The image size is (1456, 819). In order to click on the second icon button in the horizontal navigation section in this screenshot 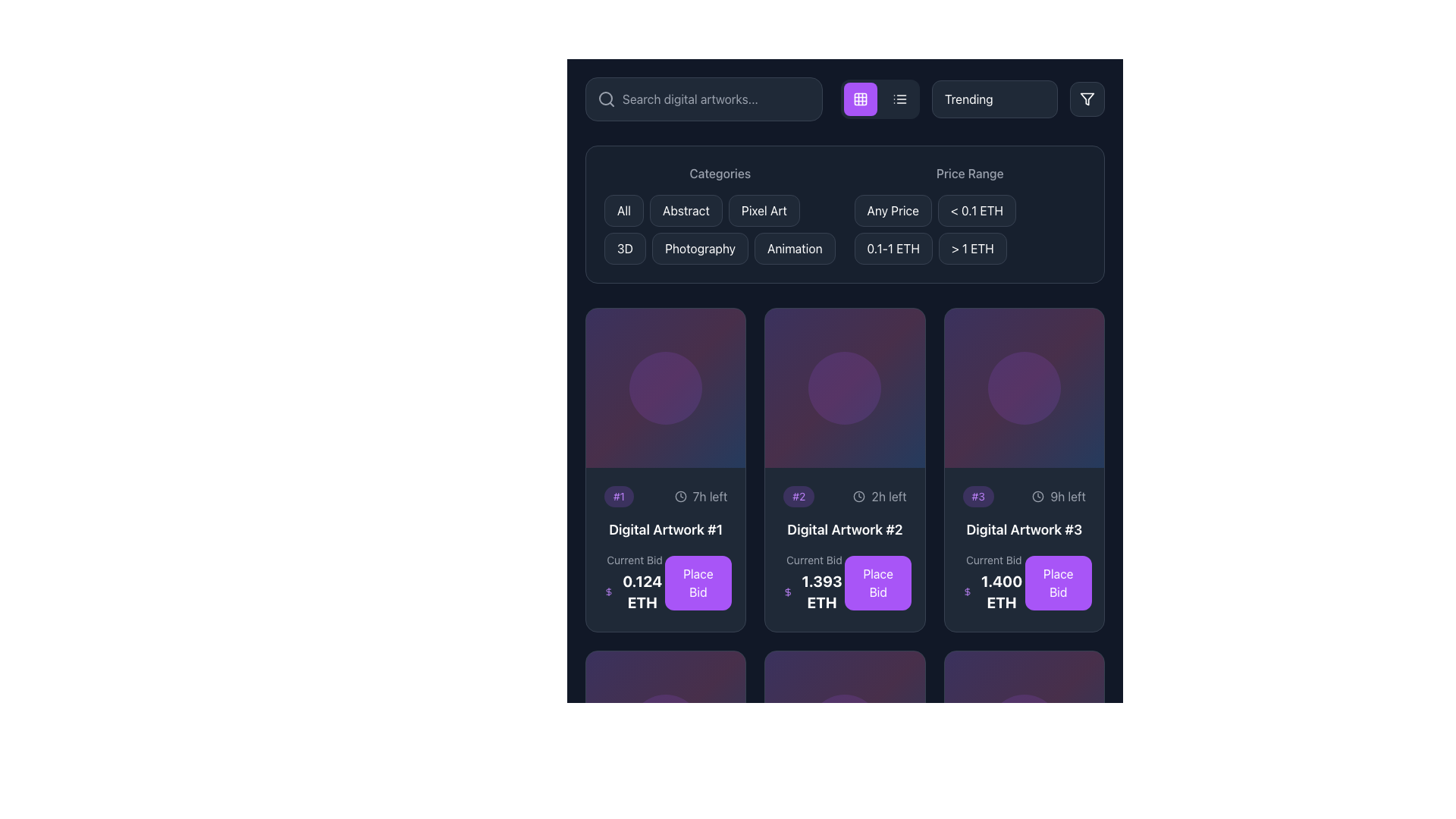, I will do `click(899, 99)`.